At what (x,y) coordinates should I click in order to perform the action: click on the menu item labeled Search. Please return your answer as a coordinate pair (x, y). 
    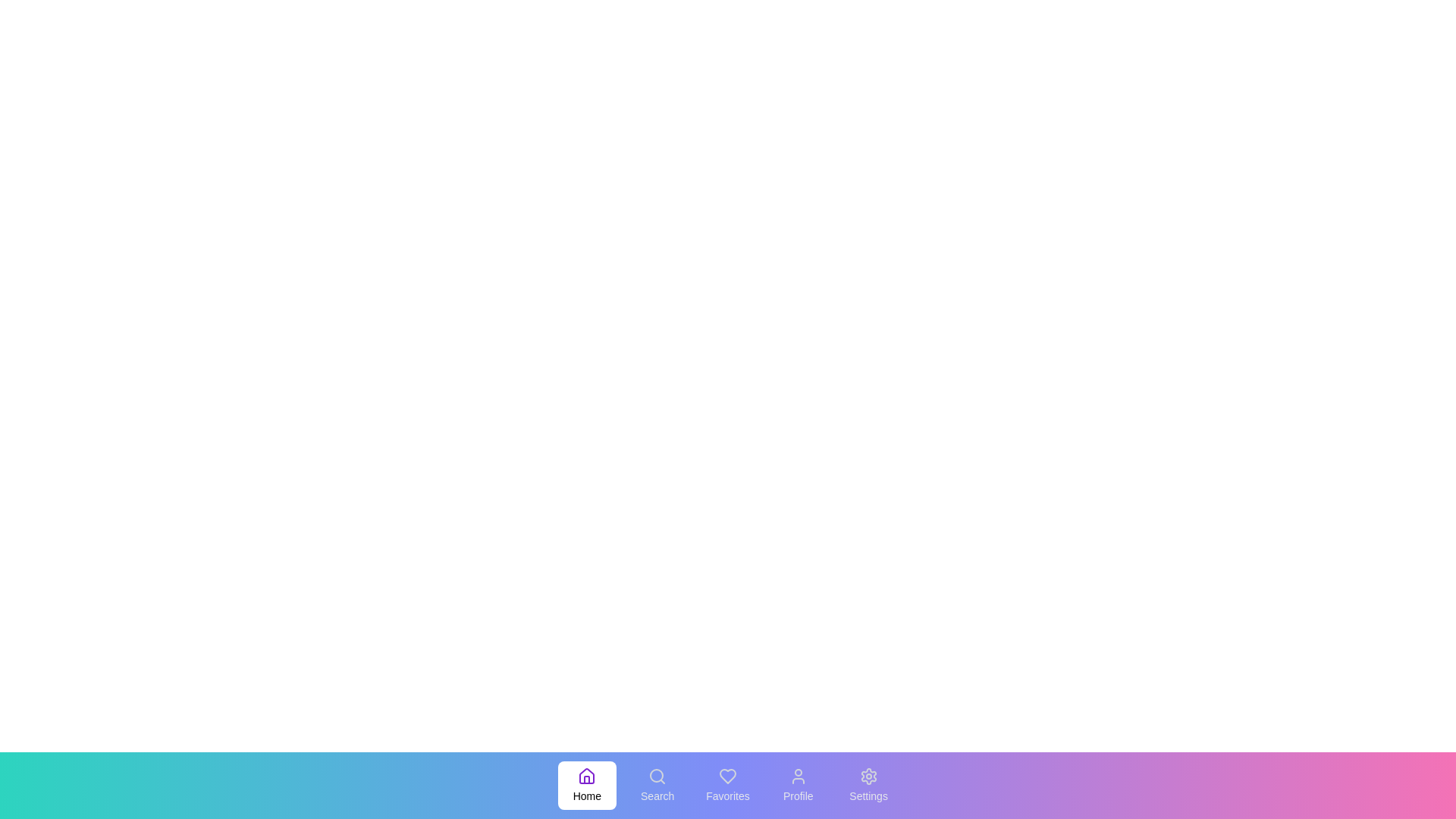
    Looking at the image, I should click on (657, 785).